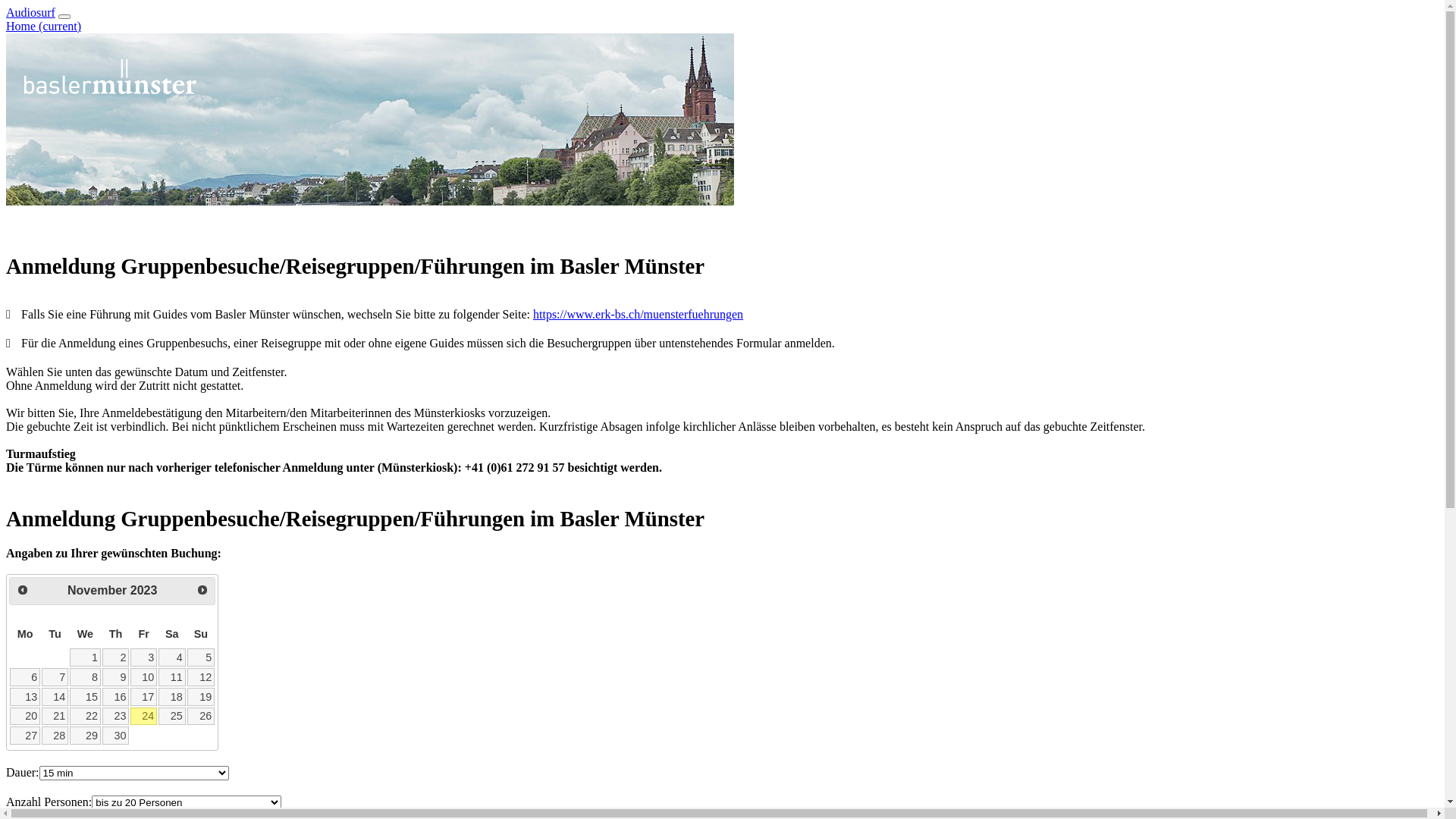 Image resolution: width=1456 pixels, height=819 pixels. I want to click on '2', so click(115, 657).